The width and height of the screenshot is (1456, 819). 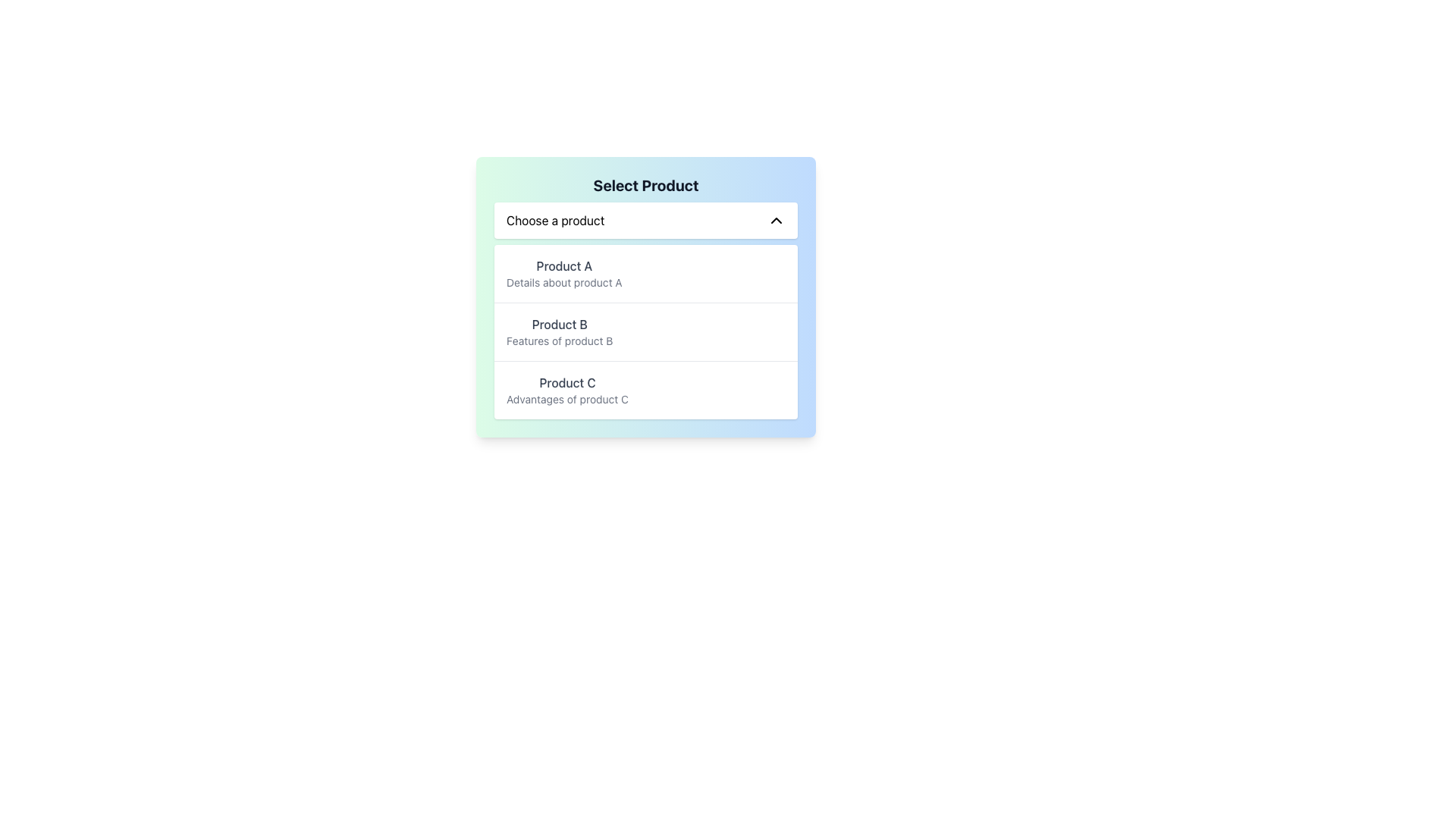 What do you see at coordinates (645, 331) in the screenshot?
I see `the 'Product B' list item element, which is the second segment of a dropdown menu below the title 'Select Product'` at bounding box center [645, 331].